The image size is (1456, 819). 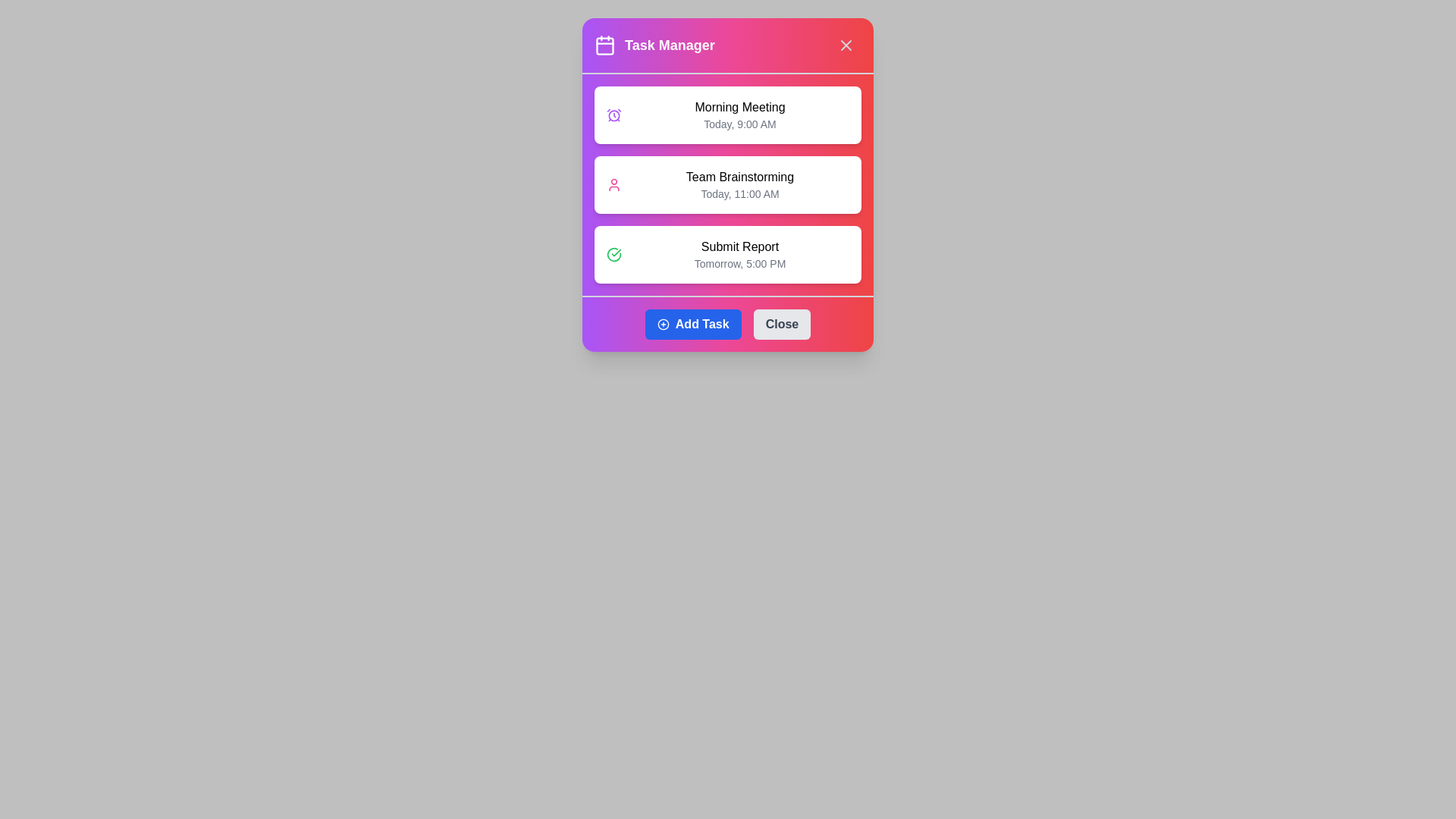 I want to click on the circular icon located at the bottom of the task list section, adjacent to the 'Submit Report' task label, to interact with it, so click(x=614, y=253).